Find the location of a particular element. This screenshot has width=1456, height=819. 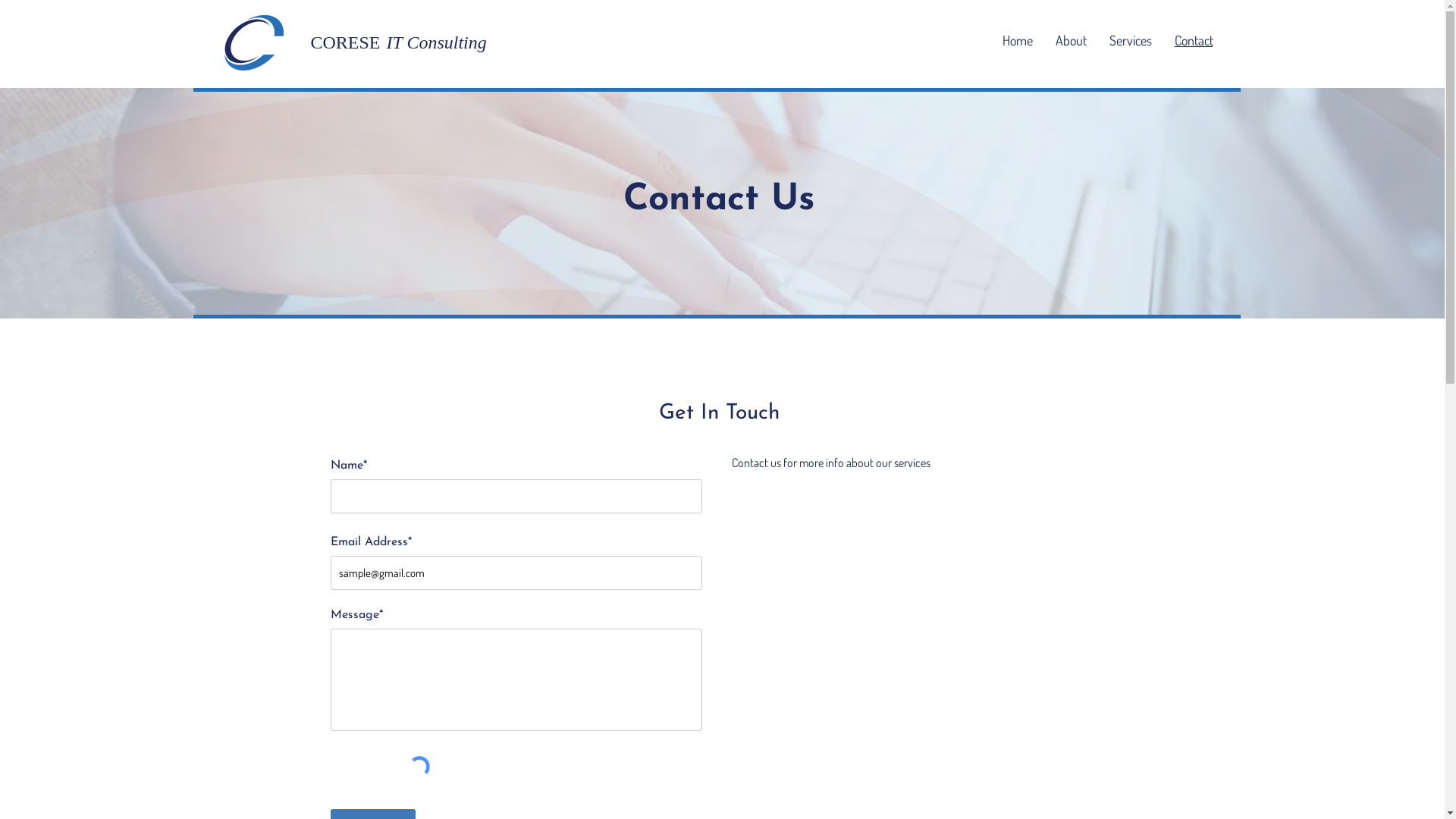

'Home' is located at coordinates (1016, 39).